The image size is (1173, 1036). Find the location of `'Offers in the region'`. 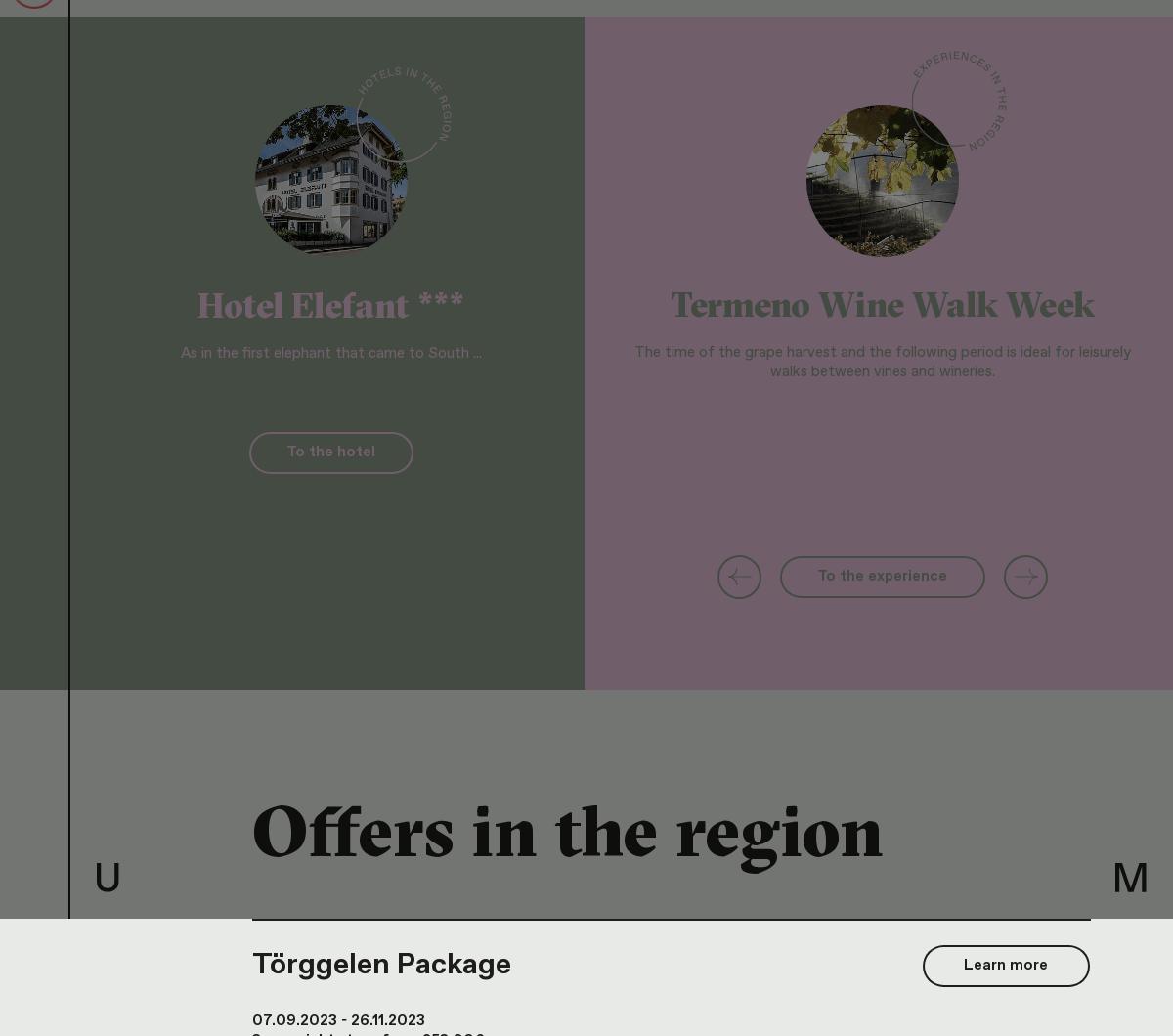

'Offers in the region' is located at coordinates (251, 829).